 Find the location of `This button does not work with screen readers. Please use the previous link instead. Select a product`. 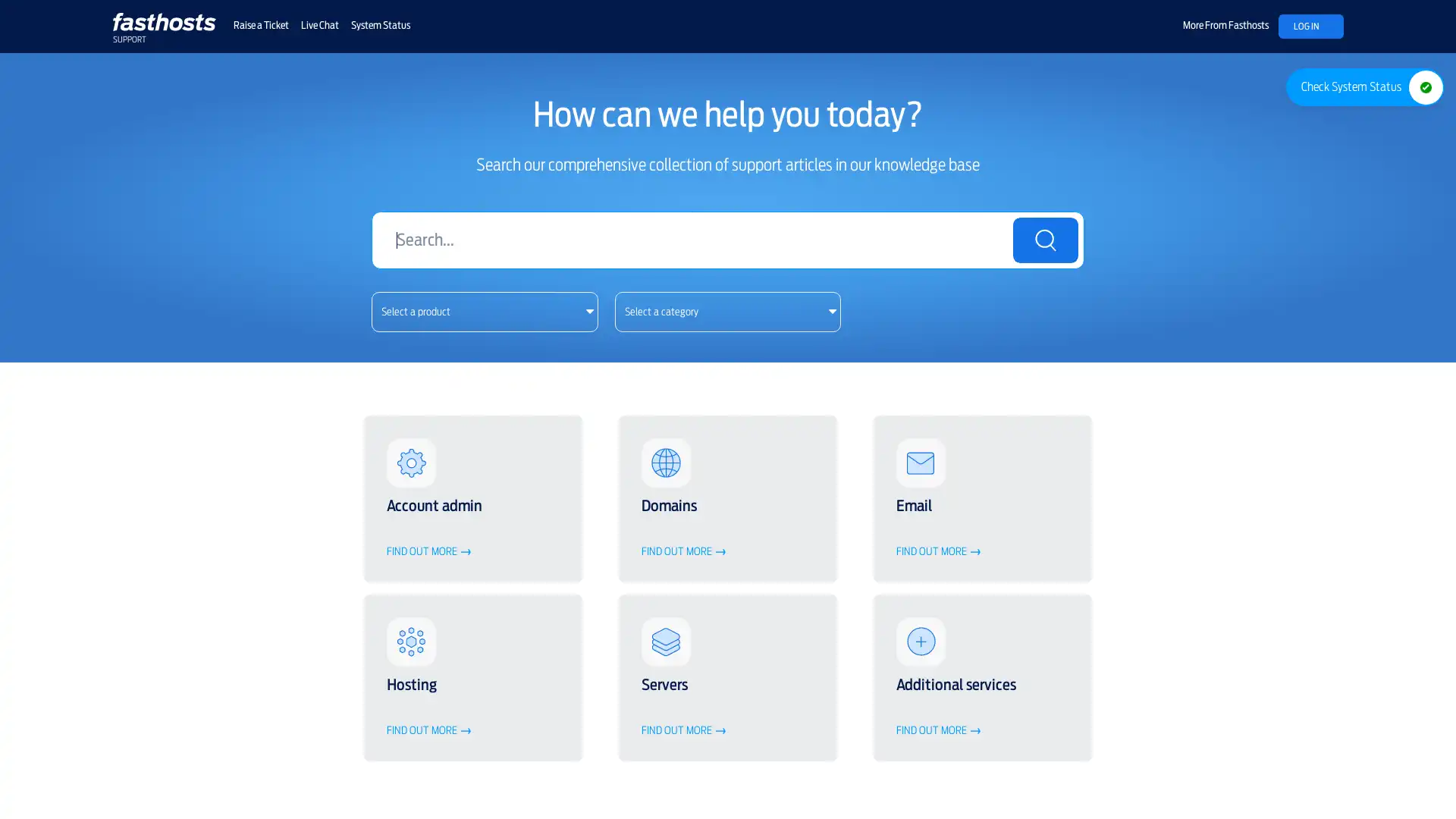

This button does not work with screen readers. Please use the previous link instead. Select a product is located at coordinates (483, 310).